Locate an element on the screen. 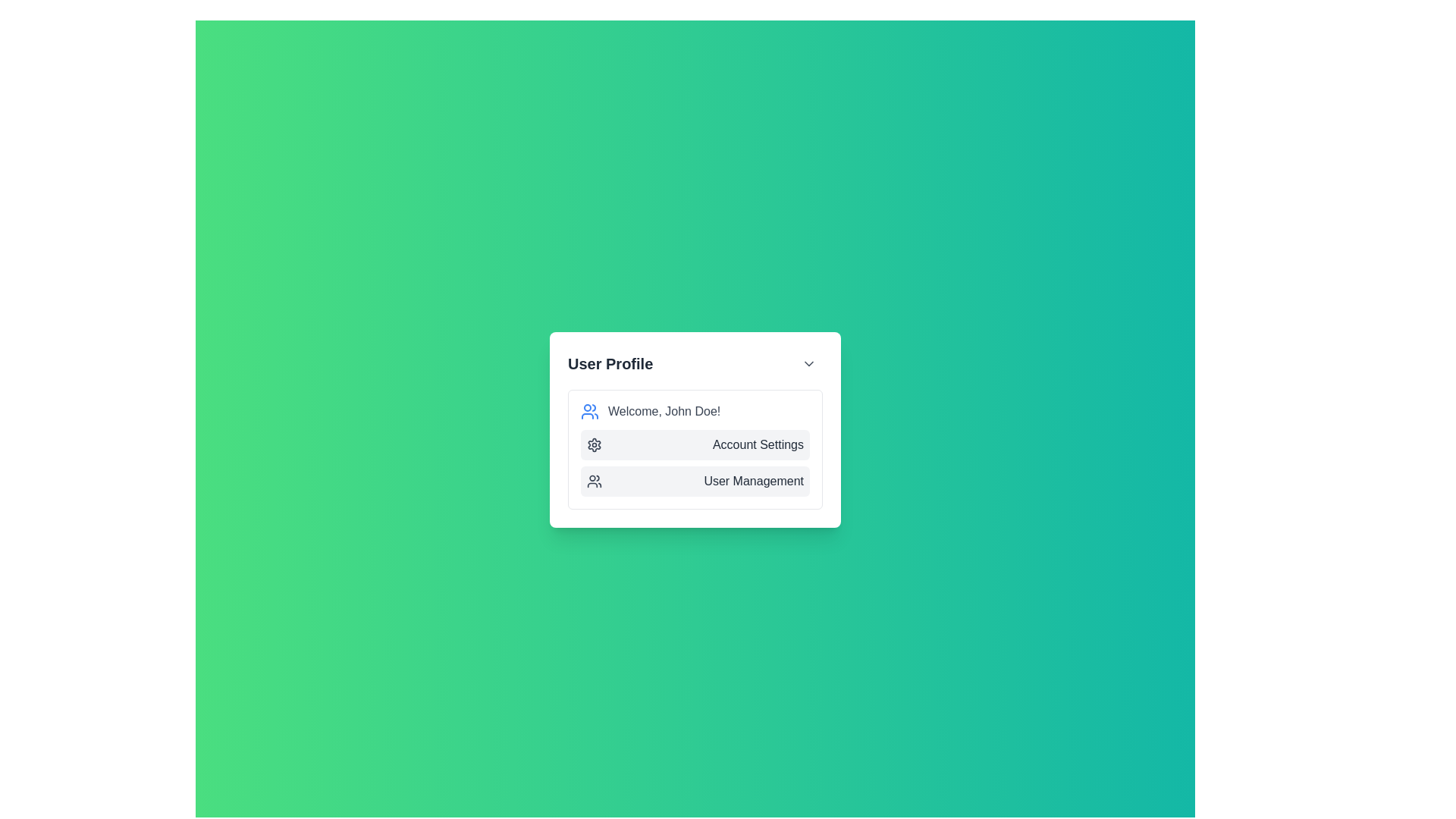 The width and height of the screenshot is (1456, 819). the downward chevron icon located in the top-right corner of the 'User Profile' panel is located at coordinates (808, 363).